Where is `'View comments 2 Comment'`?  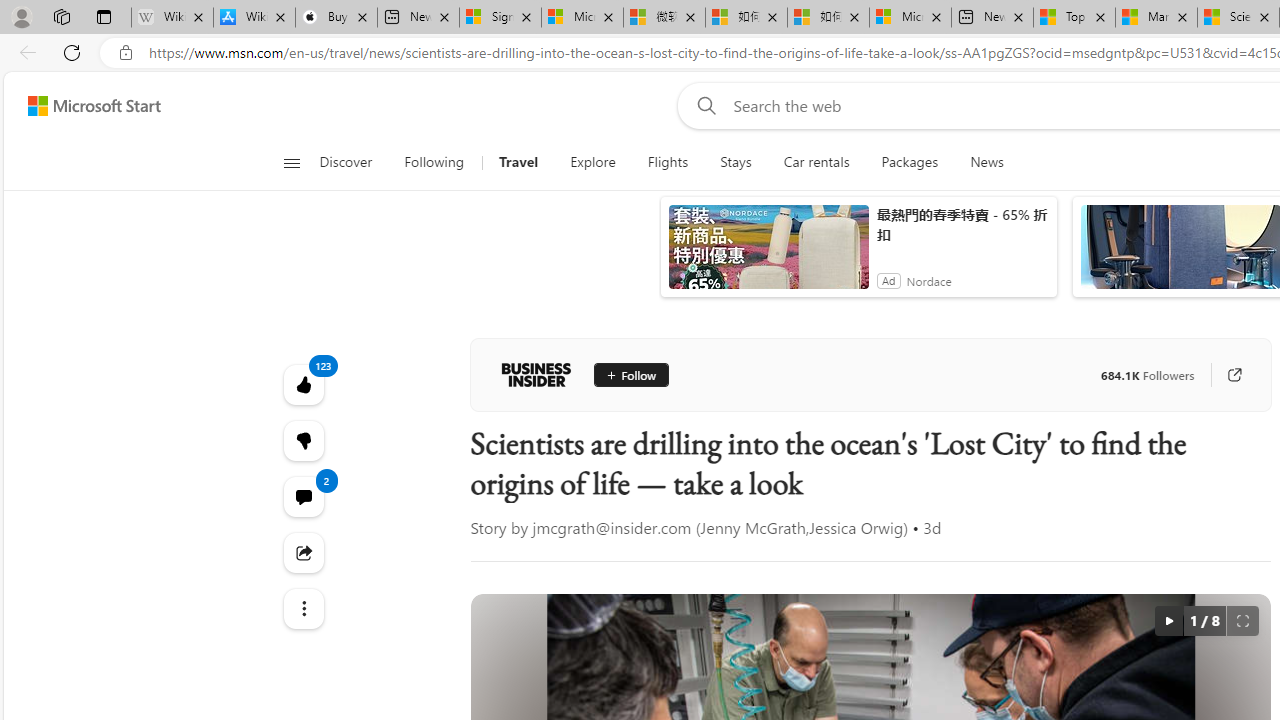 'View comments 2 Comment' is located at coordinates (302, 495).